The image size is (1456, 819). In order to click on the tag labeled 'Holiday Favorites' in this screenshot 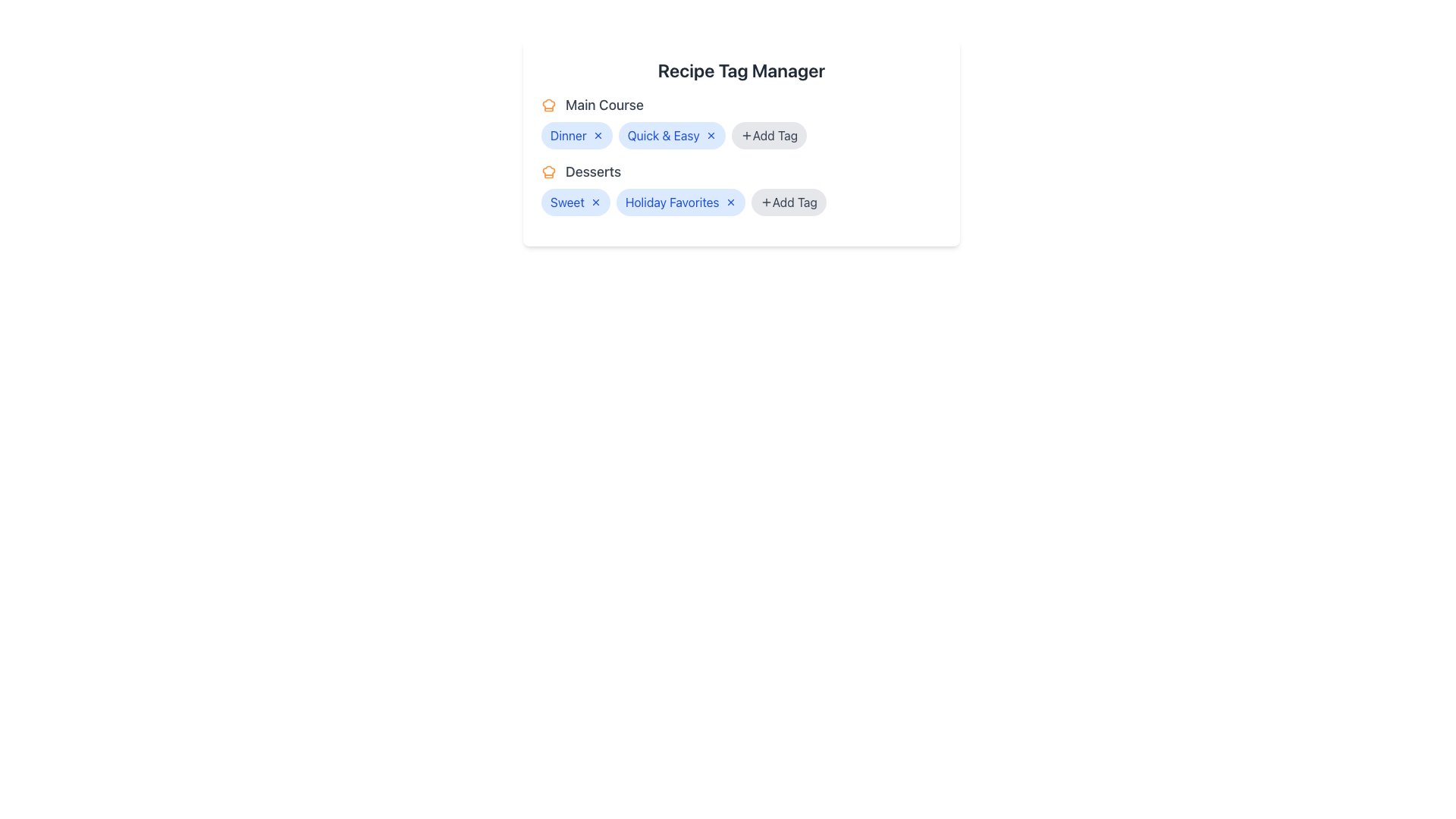, I will do `click(671, 201)`.